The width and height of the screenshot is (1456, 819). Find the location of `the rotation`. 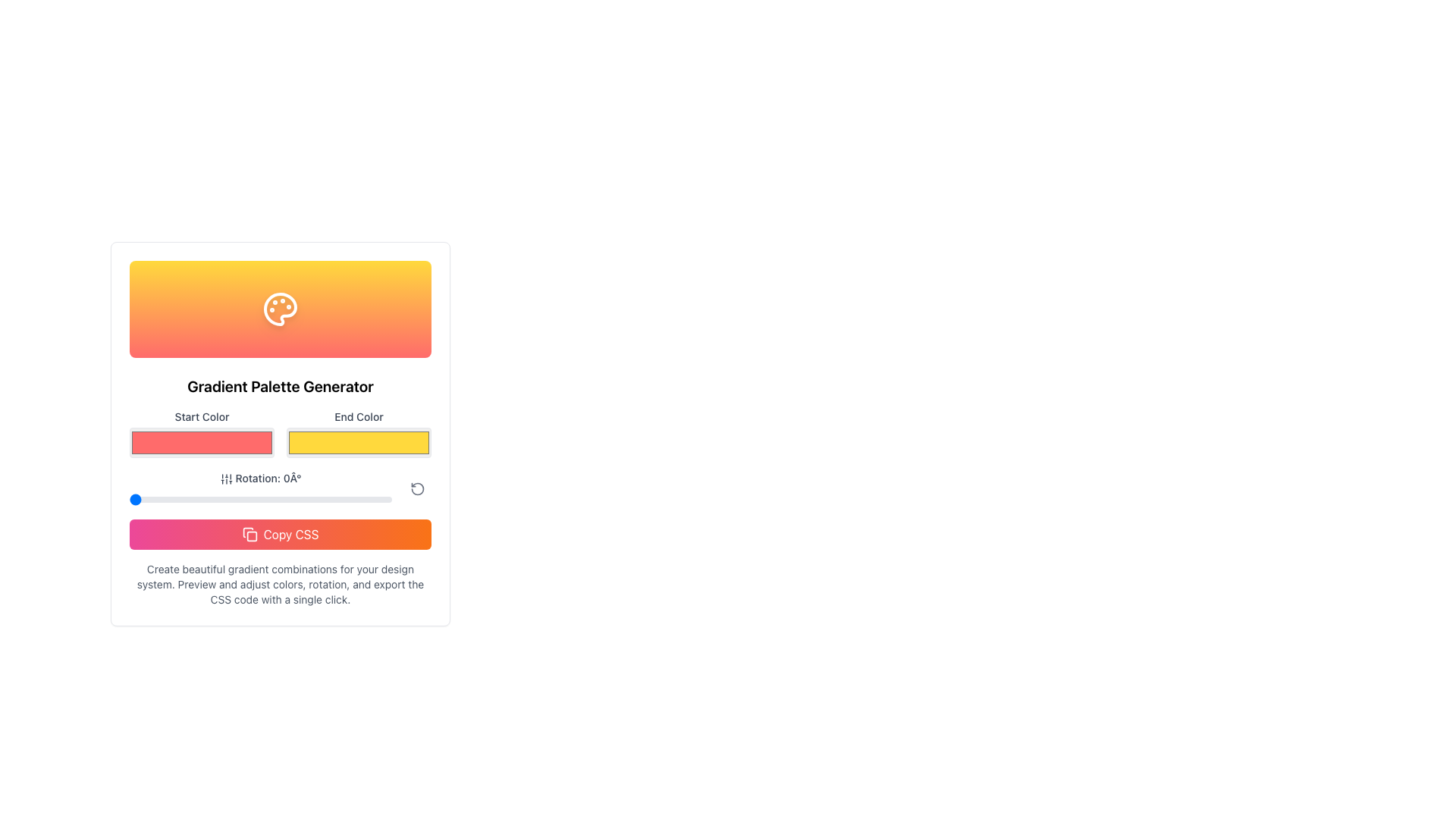

the rotation is located at coordinates (226, 500).